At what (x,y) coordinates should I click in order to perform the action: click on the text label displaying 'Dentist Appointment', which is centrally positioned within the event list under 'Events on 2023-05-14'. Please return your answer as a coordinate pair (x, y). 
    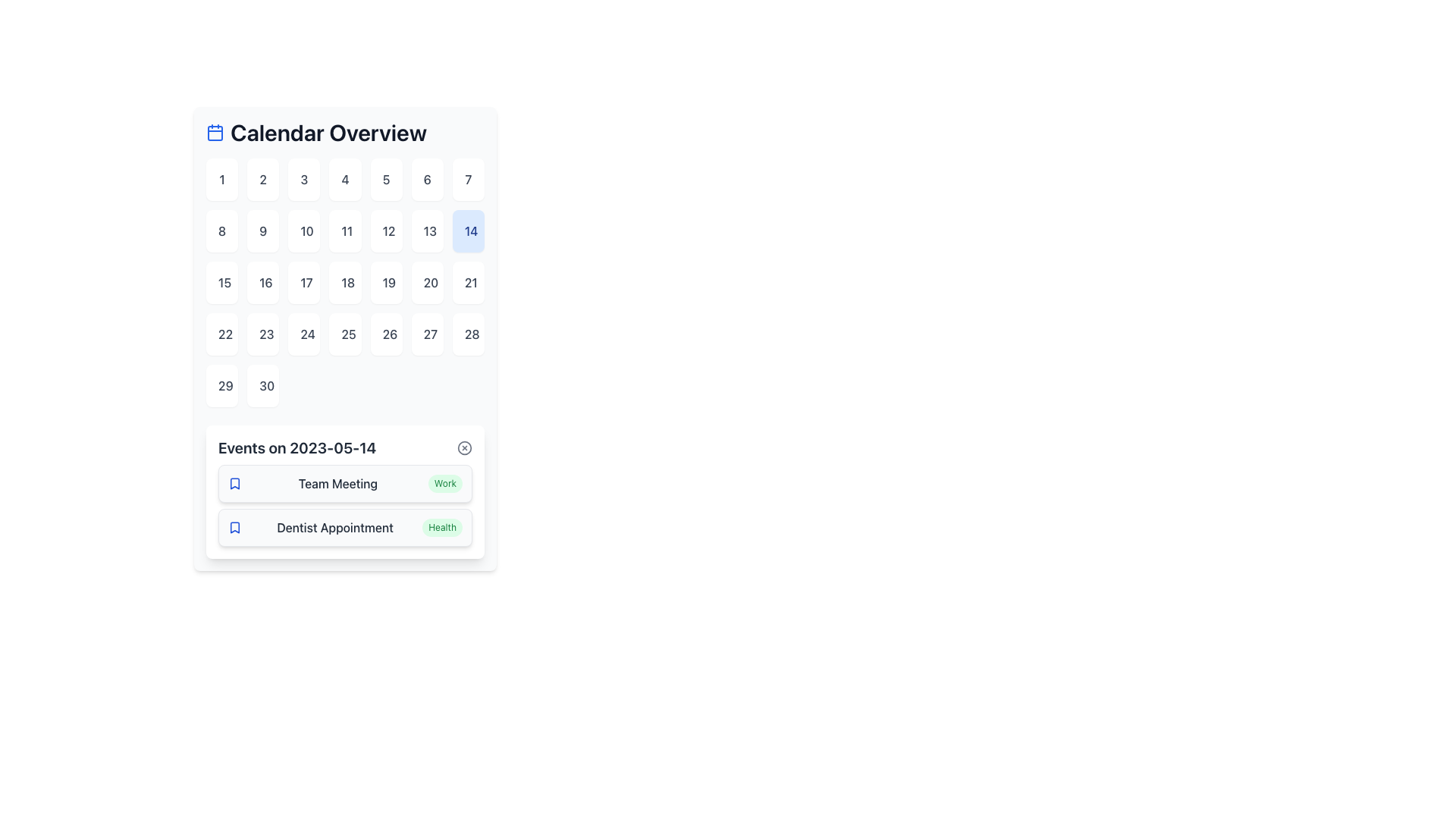
    Looking at the image, I should click on (334, 526).